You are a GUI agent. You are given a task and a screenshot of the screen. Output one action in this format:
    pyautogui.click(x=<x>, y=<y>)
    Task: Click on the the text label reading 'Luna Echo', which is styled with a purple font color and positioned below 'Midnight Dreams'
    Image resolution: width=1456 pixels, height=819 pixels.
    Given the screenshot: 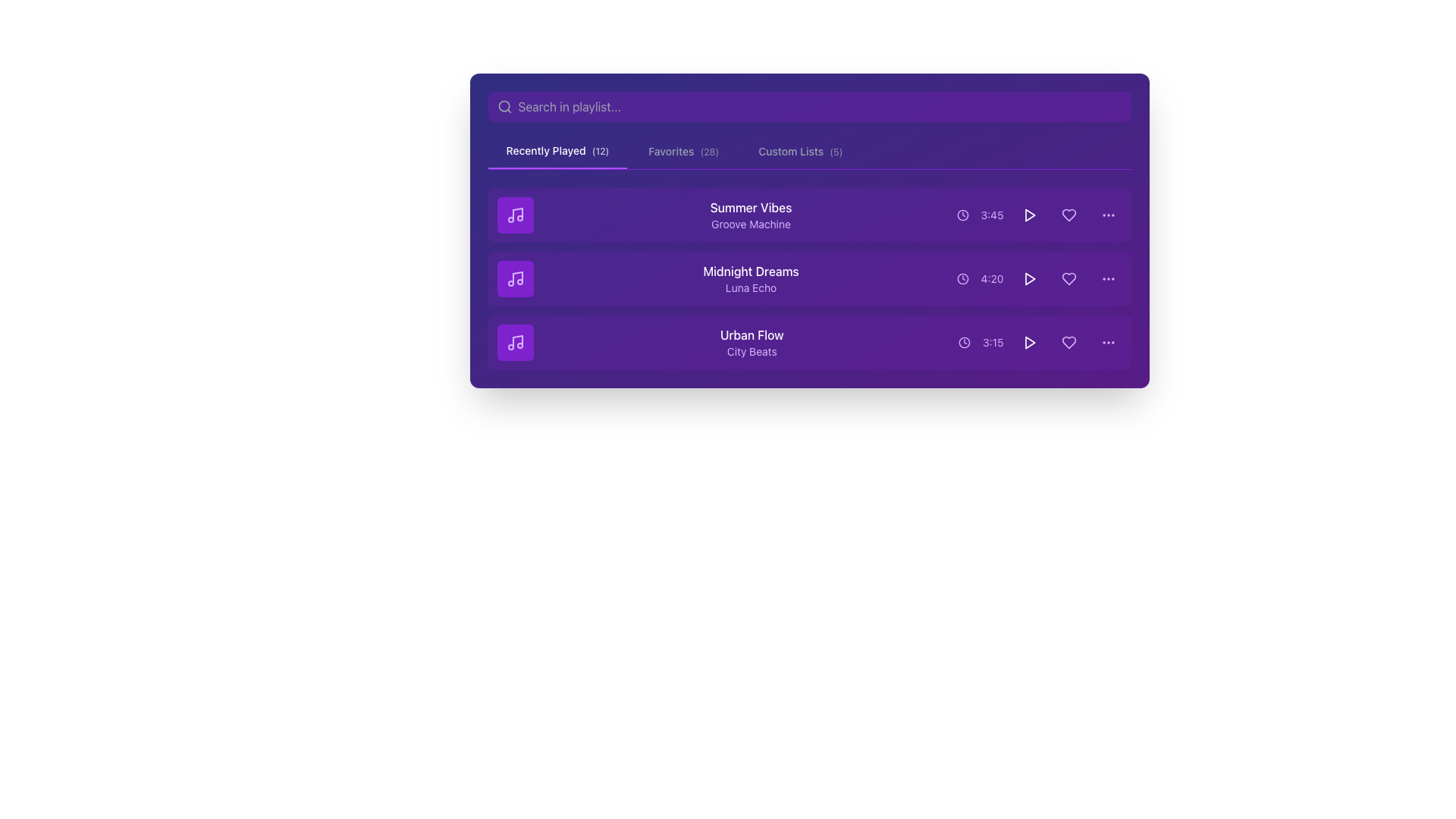 What is the action you would take?
    pyautogui.click(x=751, y=288)
    